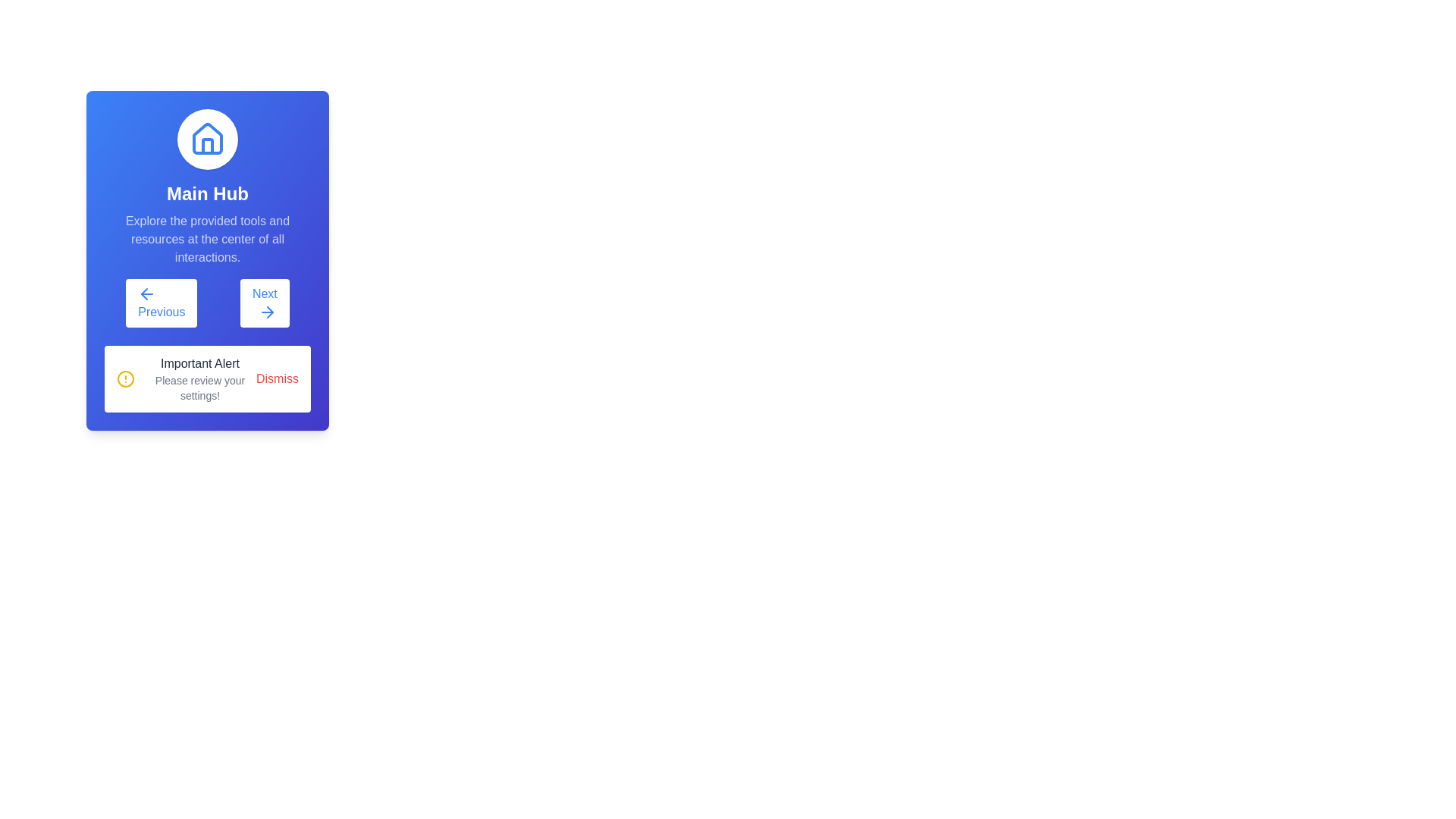  Describe the element at coordinates (206, 140) in the screenshot. I see `the white circular button featuring a house icon, located centrally within the card structure above the 'Main Hub' heading` at that location.